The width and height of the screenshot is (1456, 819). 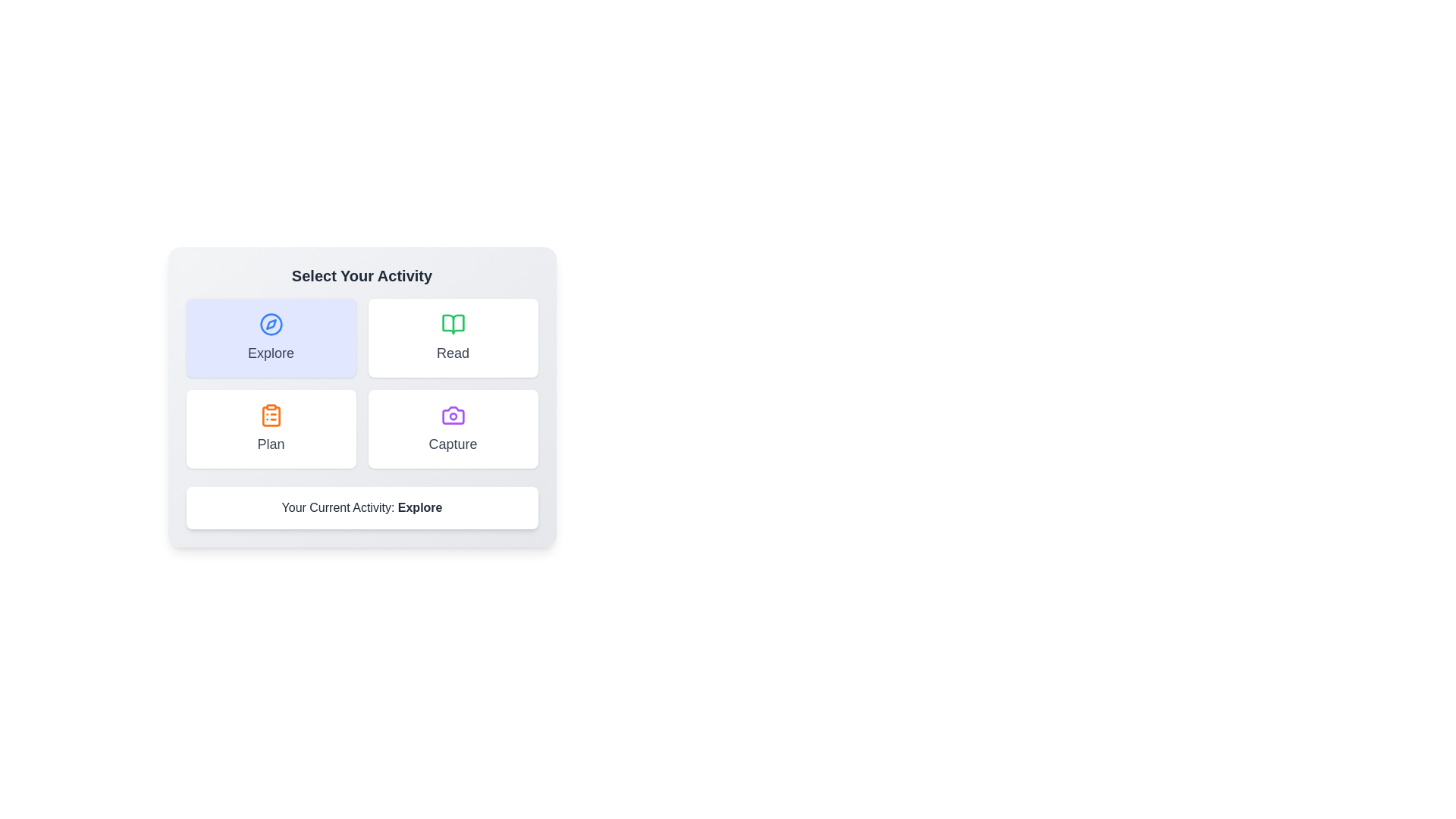 I want to click on the button corresponding to the activity Capture, so click(x=452, y=429).